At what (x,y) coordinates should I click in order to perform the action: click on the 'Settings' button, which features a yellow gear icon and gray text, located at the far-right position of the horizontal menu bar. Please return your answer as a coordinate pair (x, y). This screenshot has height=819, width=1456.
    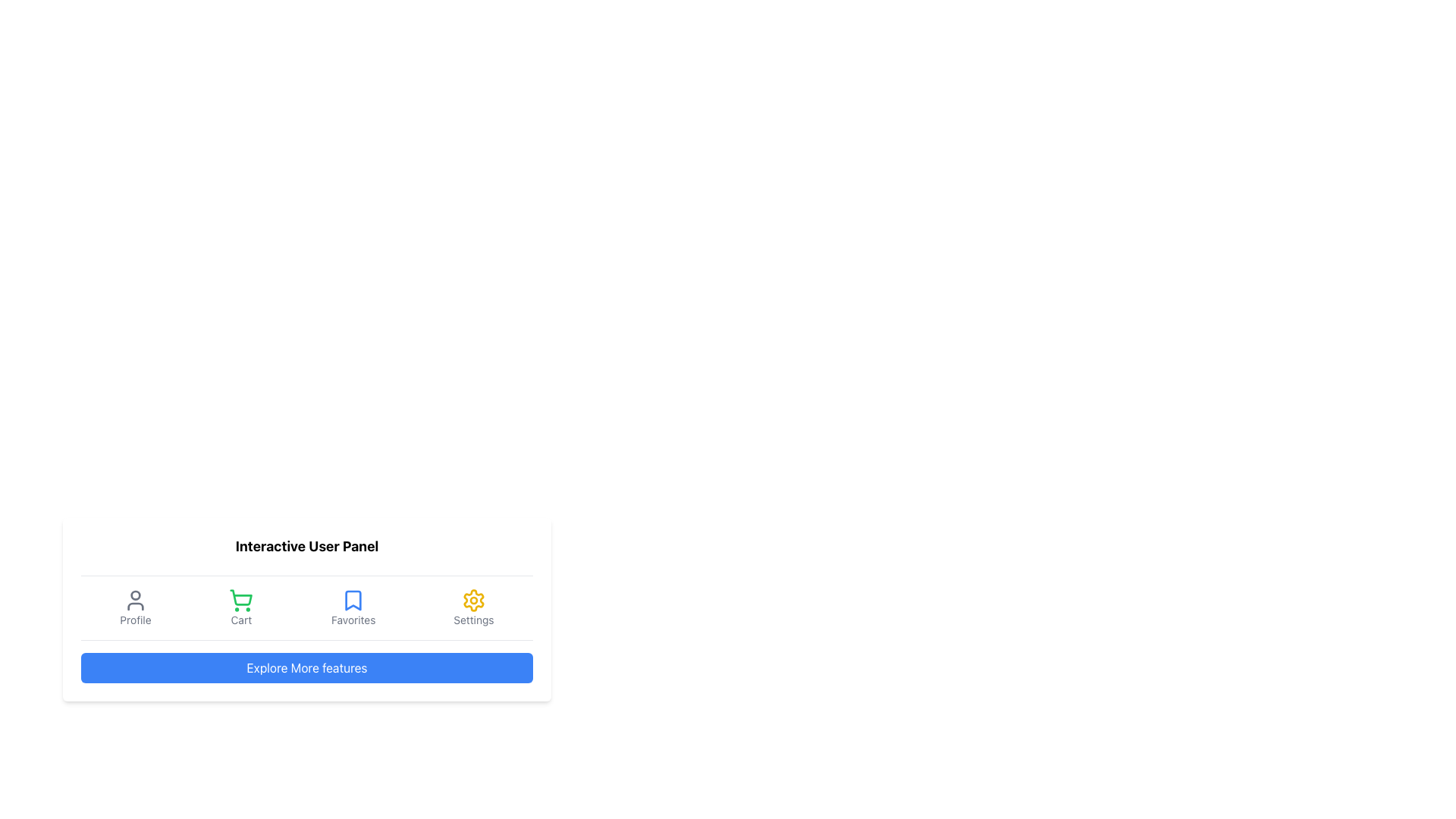
    Looking at the image, I should click on (472, 607).